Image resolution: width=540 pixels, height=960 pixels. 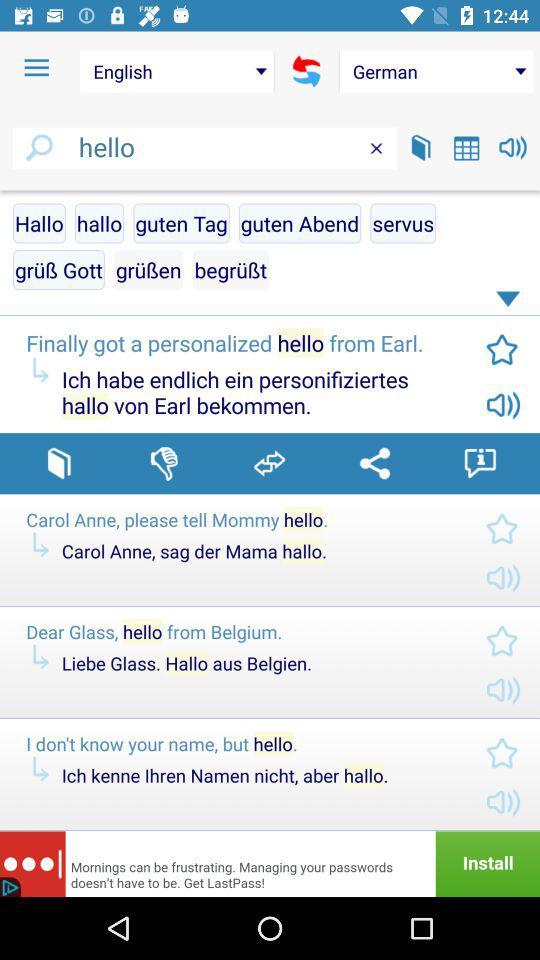 What do you see at coordinates (163, 463) in the screenshot?
I see `react i do n't like it` at bounding box center [163, 463].